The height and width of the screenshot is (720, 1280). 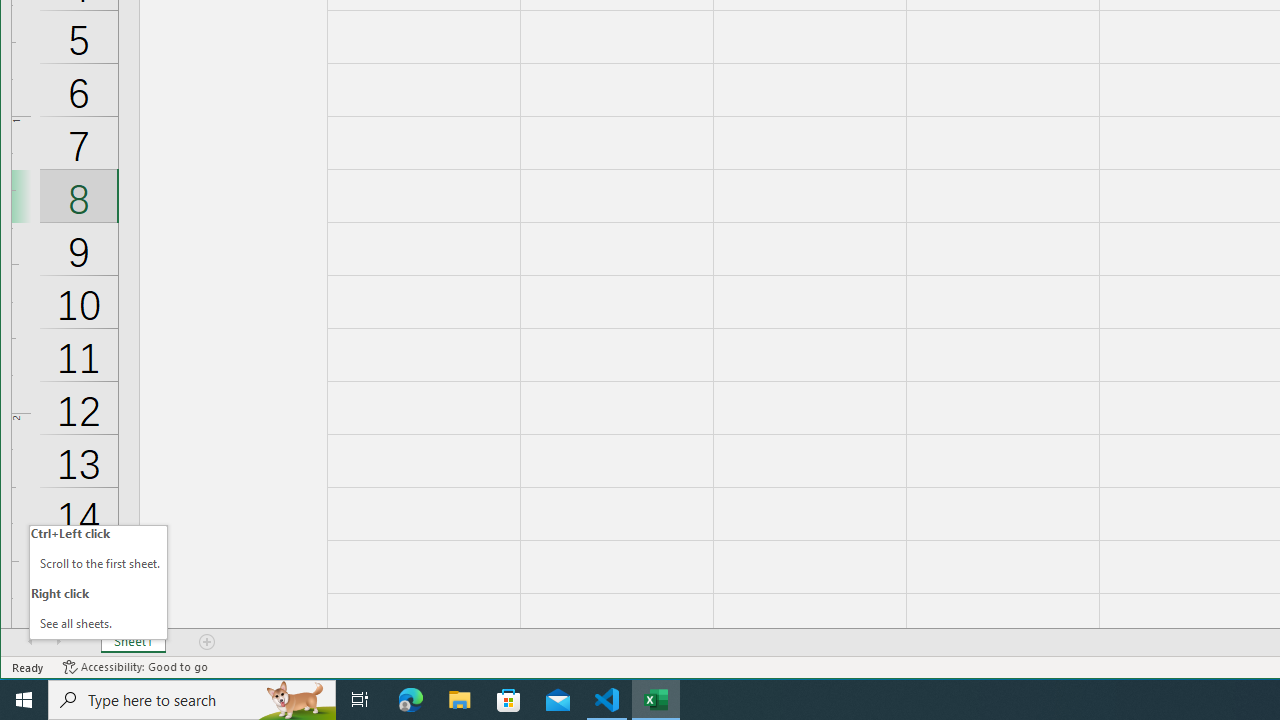 What do you see at coordinates (192, 698) in the screenshot?
I see `'Type here to search'` at bounding box center [192, 698].